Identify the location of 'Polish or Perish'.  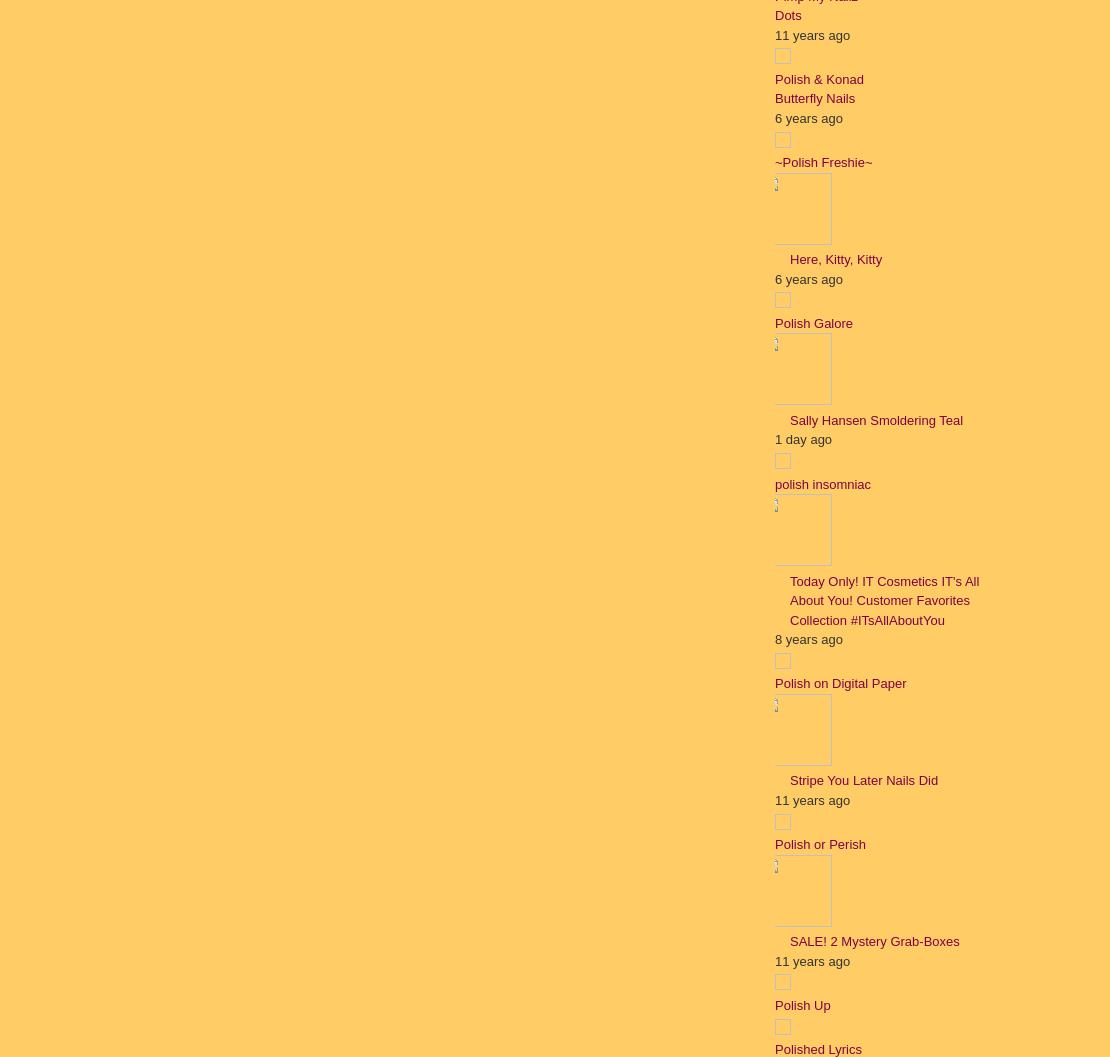
(820, 843).